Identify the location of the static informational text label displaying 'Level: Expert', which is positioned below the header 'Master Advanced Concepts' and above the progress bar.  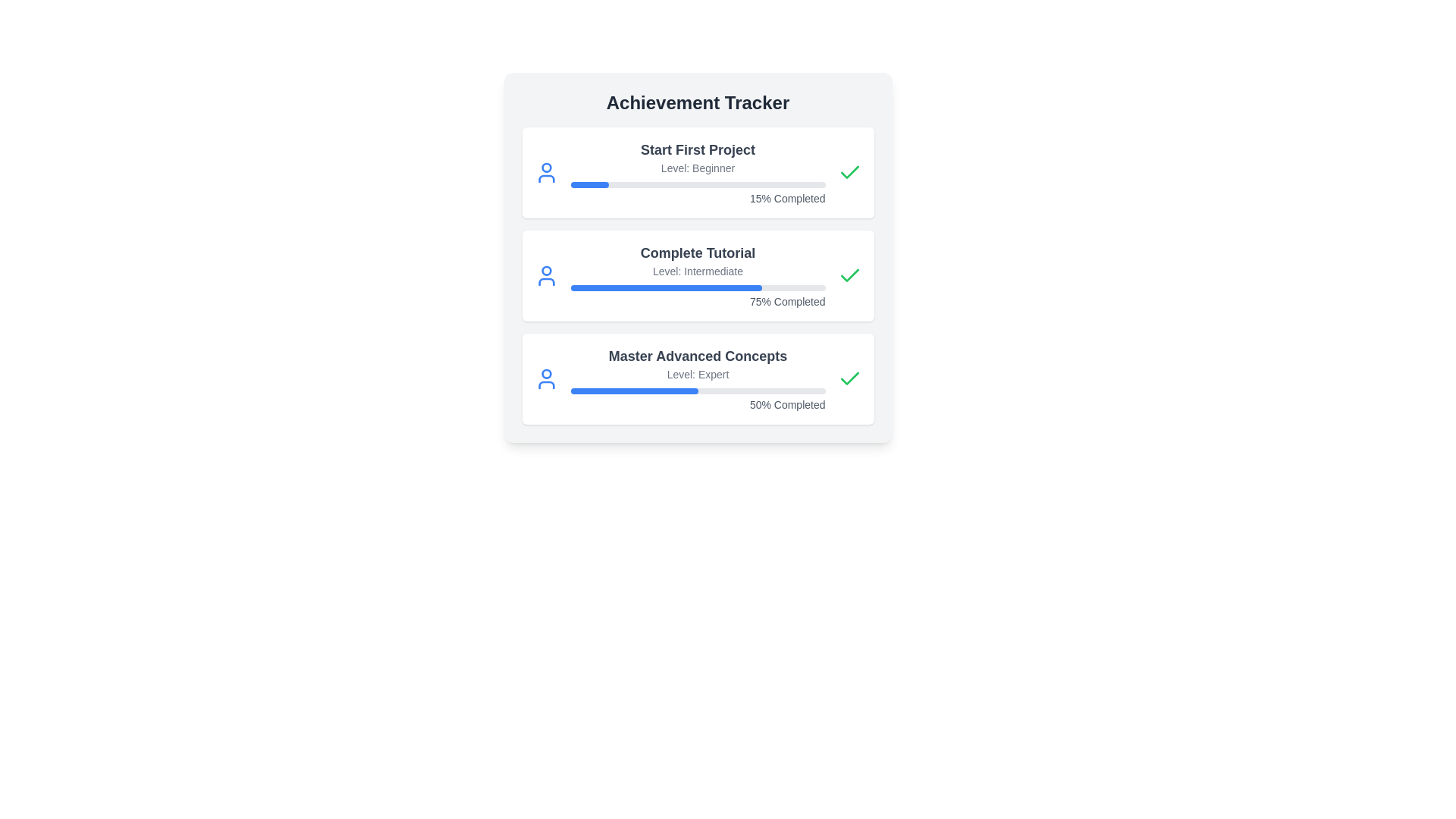
(697, 374).